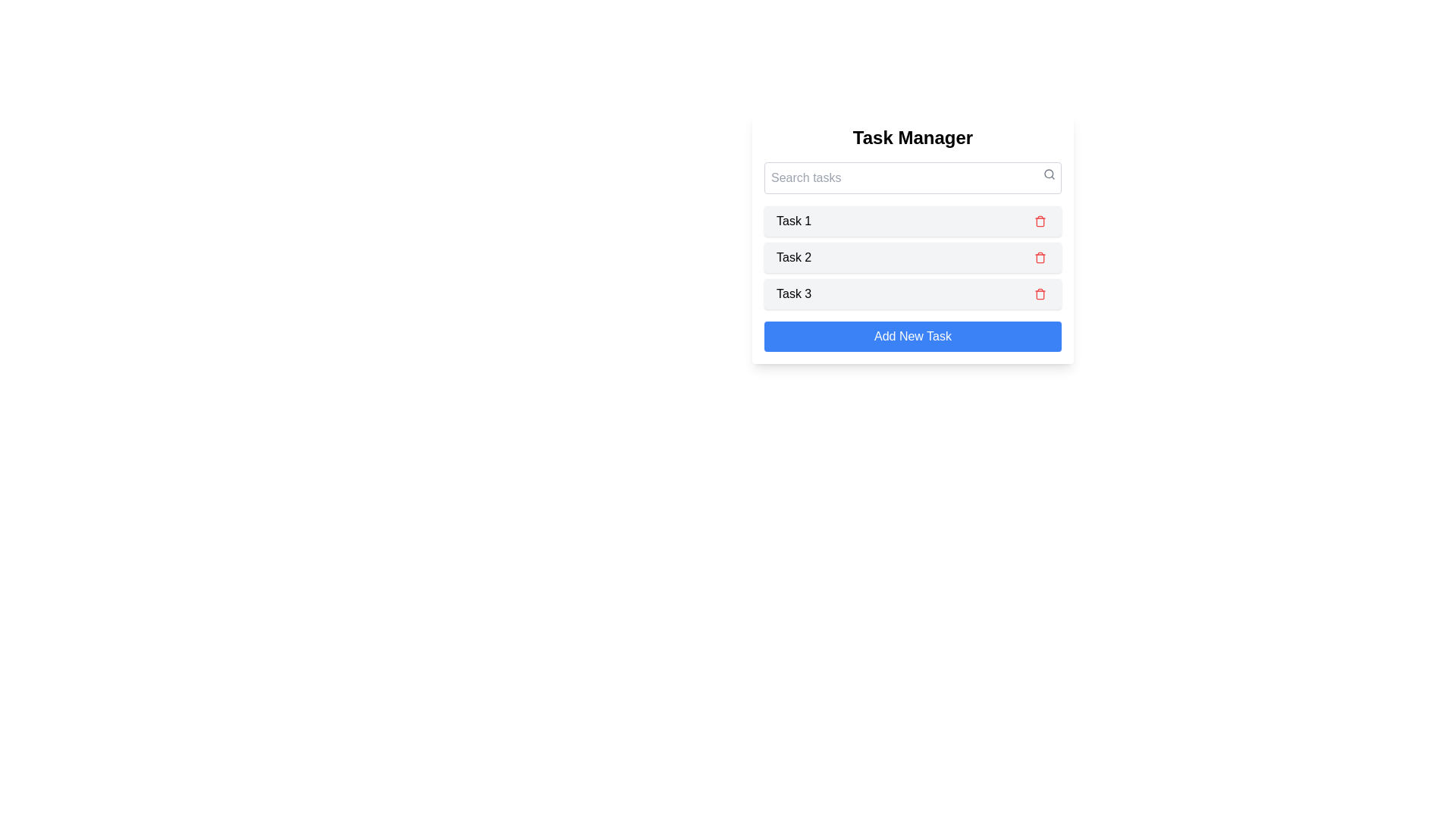 The width and height of the screenshot is (1456, 819). What do you see at coordinates (912, 335) in the screenshot?
I see `'Add New Task' button to add a new task` at bounding box center [912, 335].